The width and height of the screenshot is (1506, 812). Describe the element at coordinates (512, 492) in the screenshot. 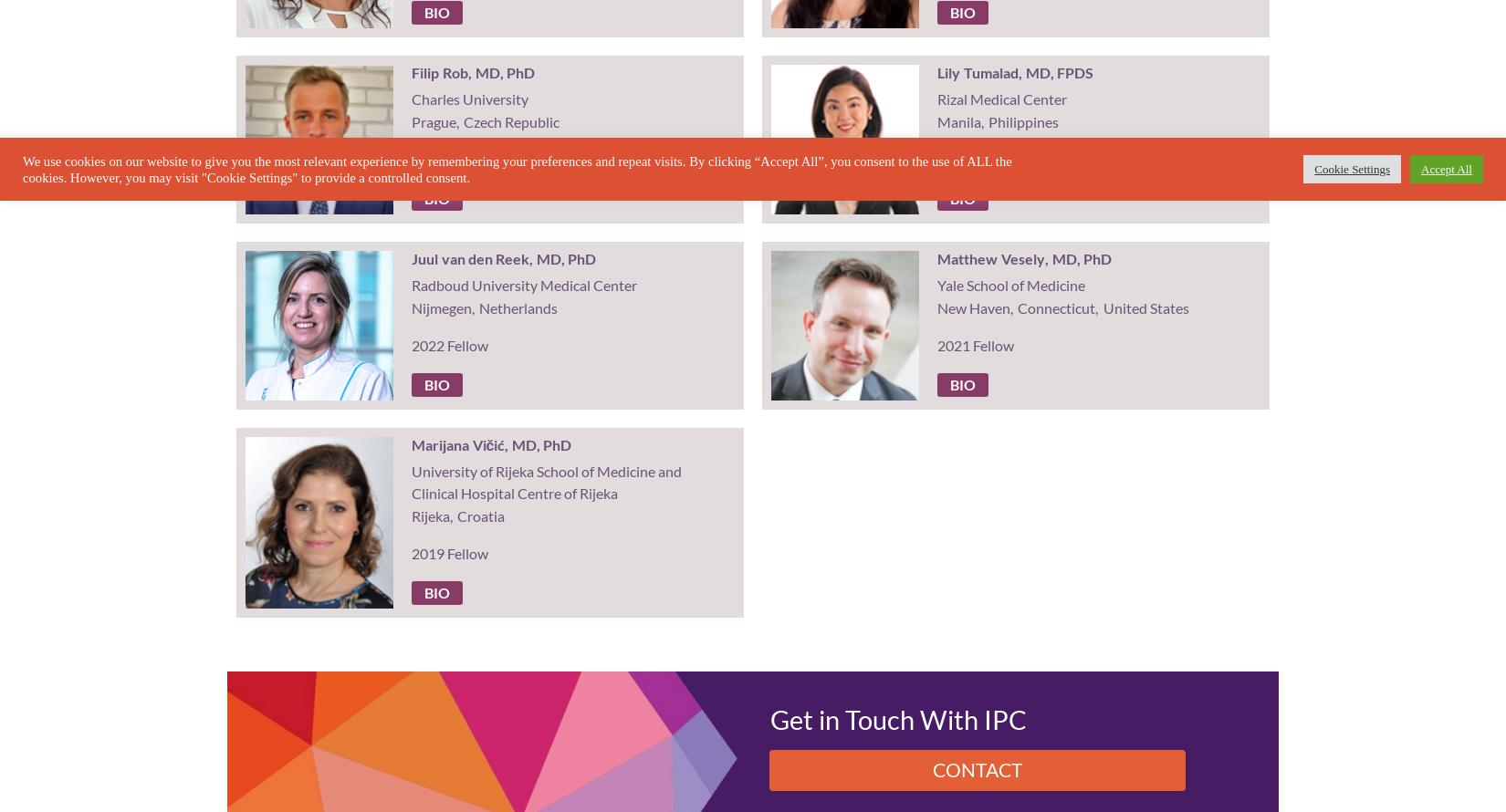

I see `'Clinical Hospital Centre of Rijeka'` at that location.